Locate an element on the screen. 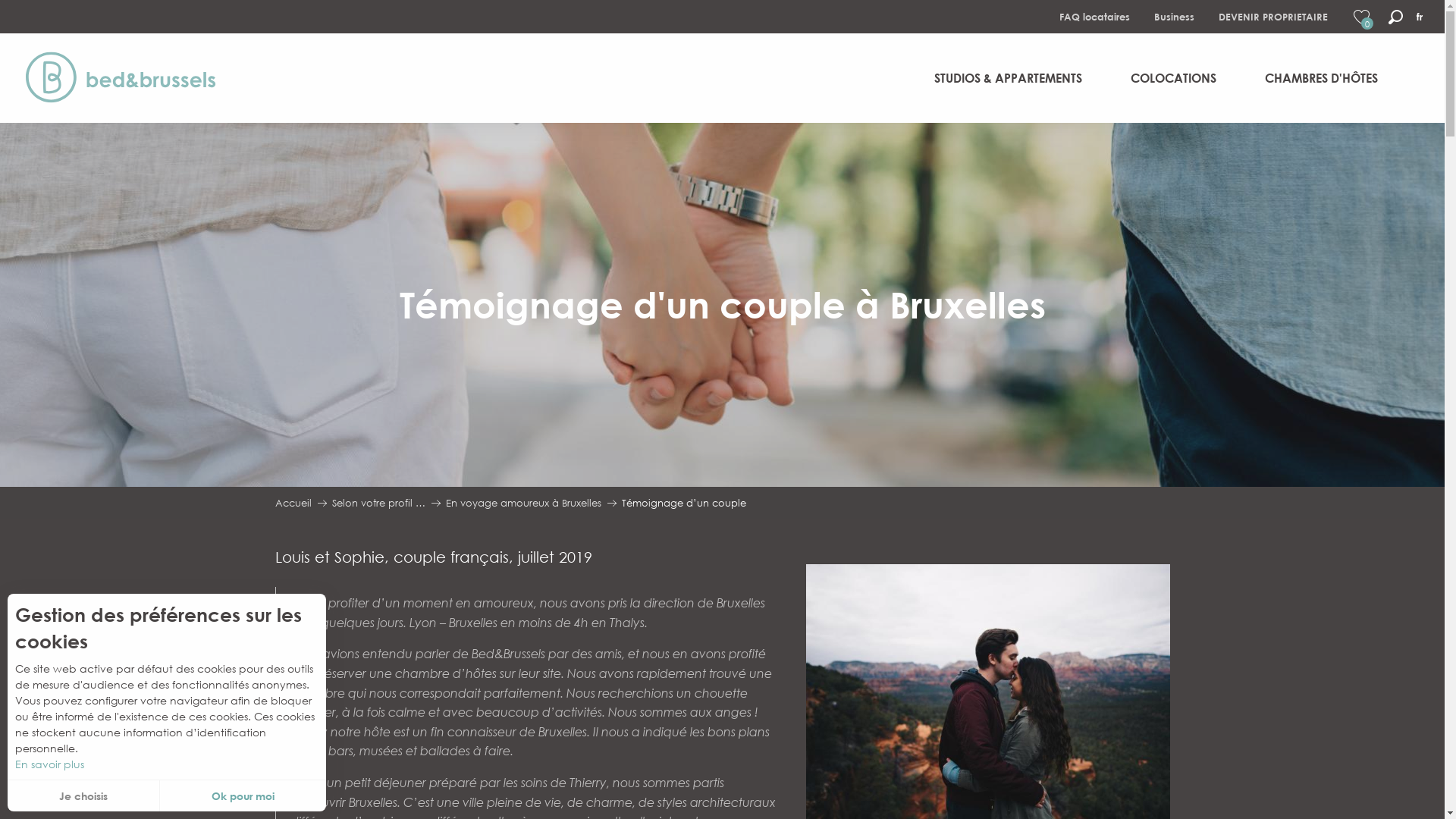 This screenshot has width=1456, height=819. 'FAQ locataires' is located at coordinates (1094, 17).